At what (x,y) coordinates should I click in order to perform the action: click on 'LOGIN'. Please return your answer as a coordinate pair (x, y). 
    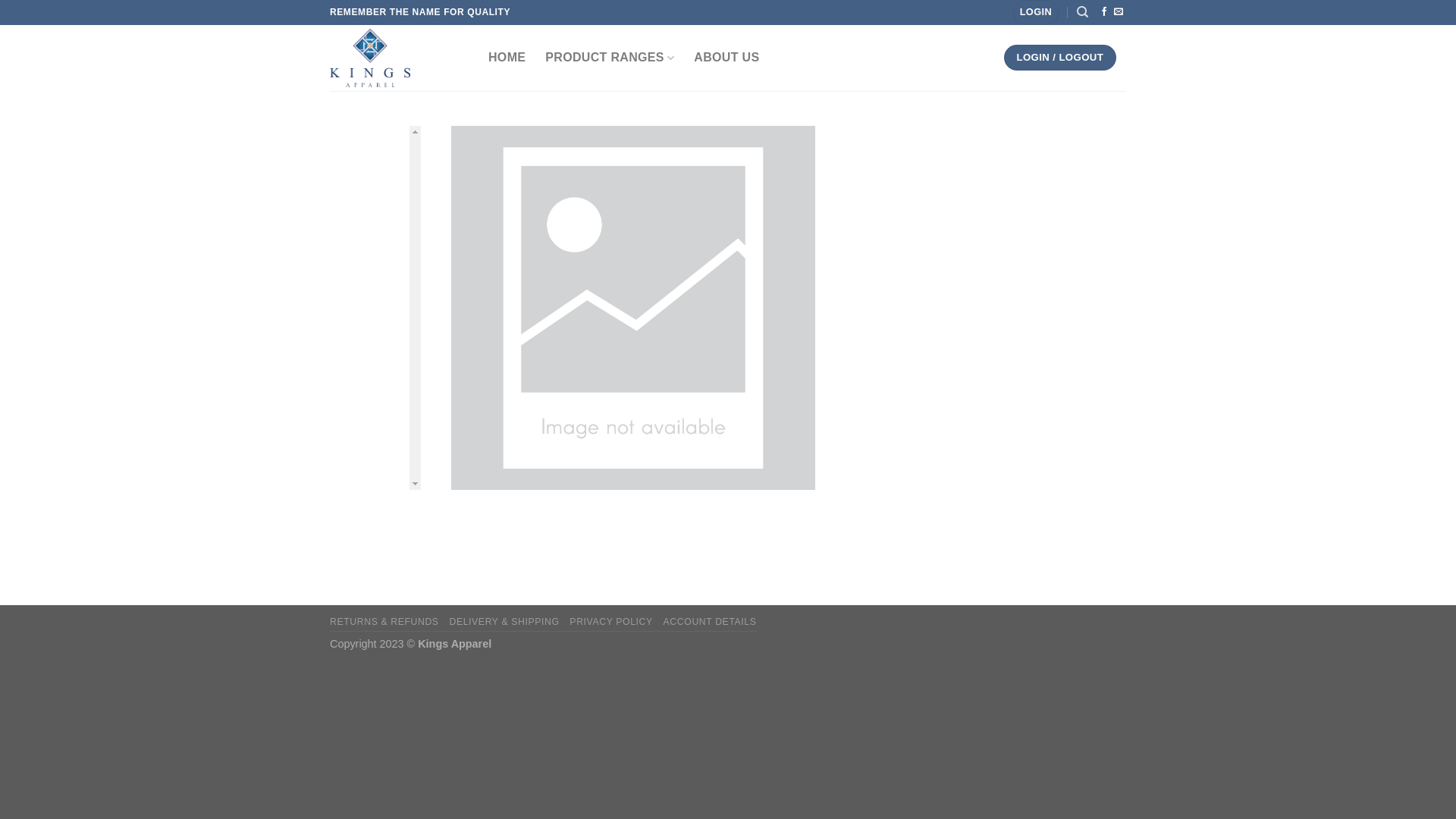
    Looking at the image, I should click on (1035, 12).